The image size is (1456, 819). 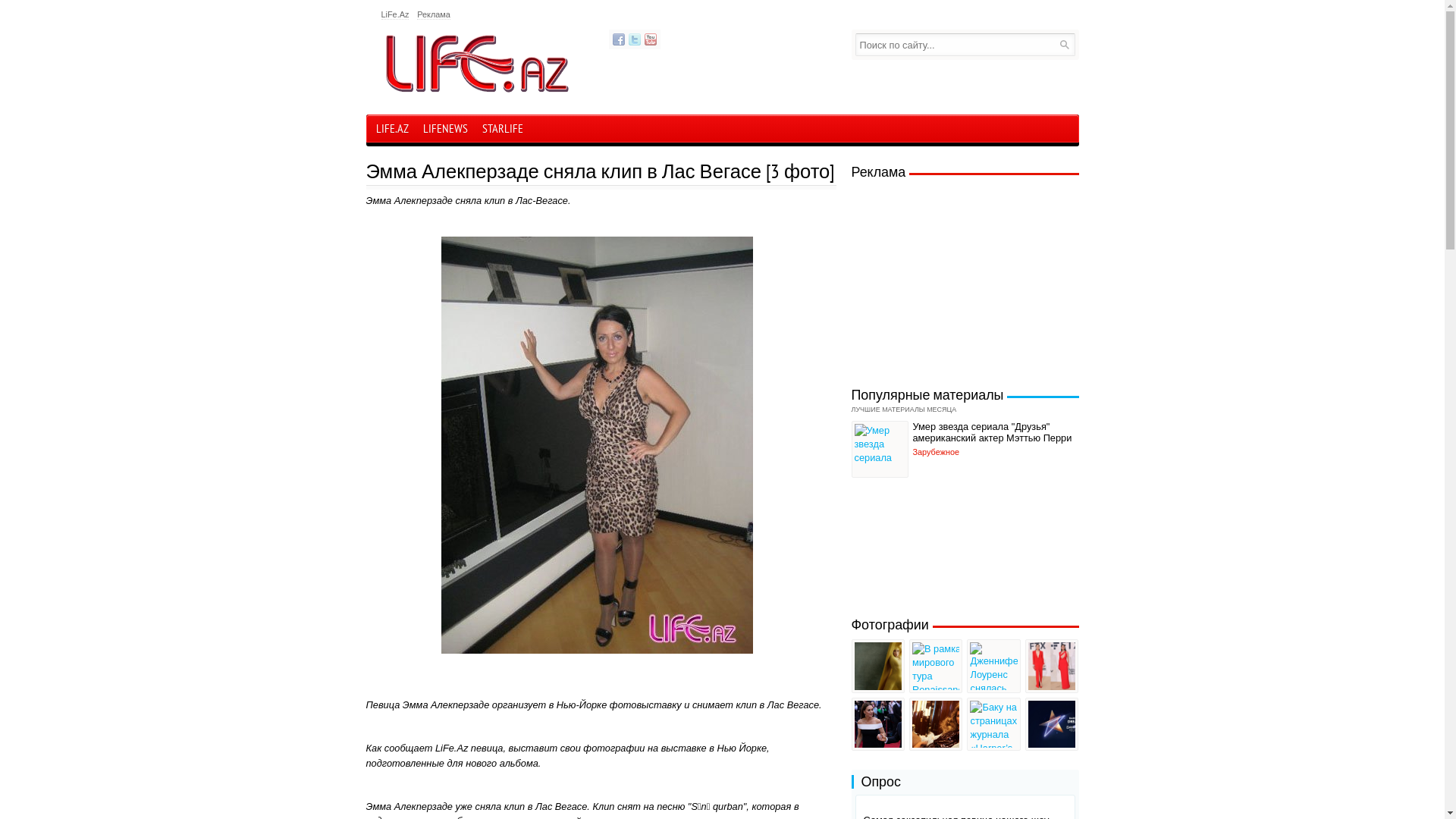 What do you see at coordinates (612, 38) in the screenshot?
I see `'Facebook'` at bounding box center [612, 38].